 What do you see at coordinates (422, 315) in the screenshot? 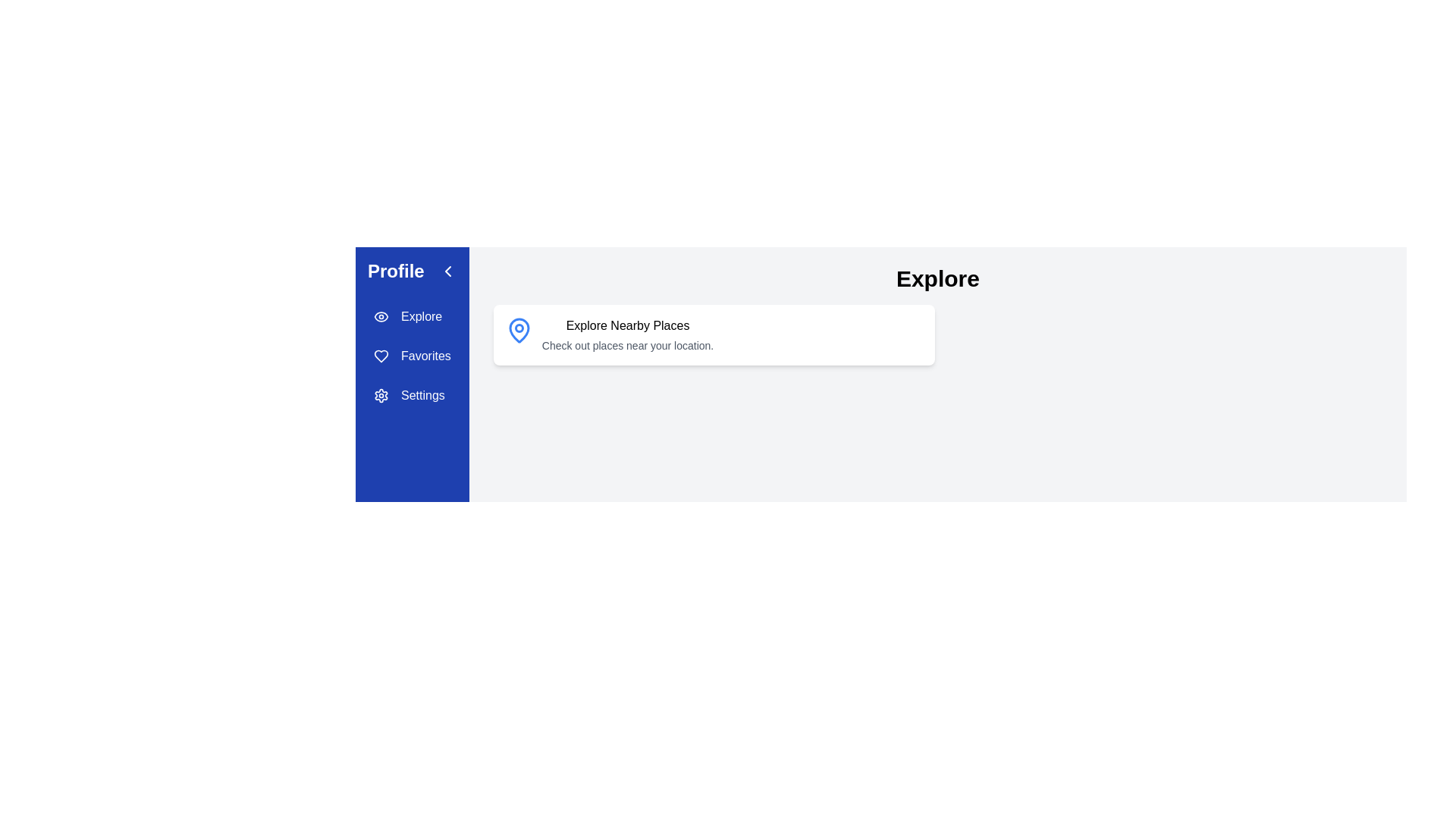
I see `the 'Explore' text label in the navigation menu, which is the second item following an eye-shaped icon` at bounding box center [422, 315].